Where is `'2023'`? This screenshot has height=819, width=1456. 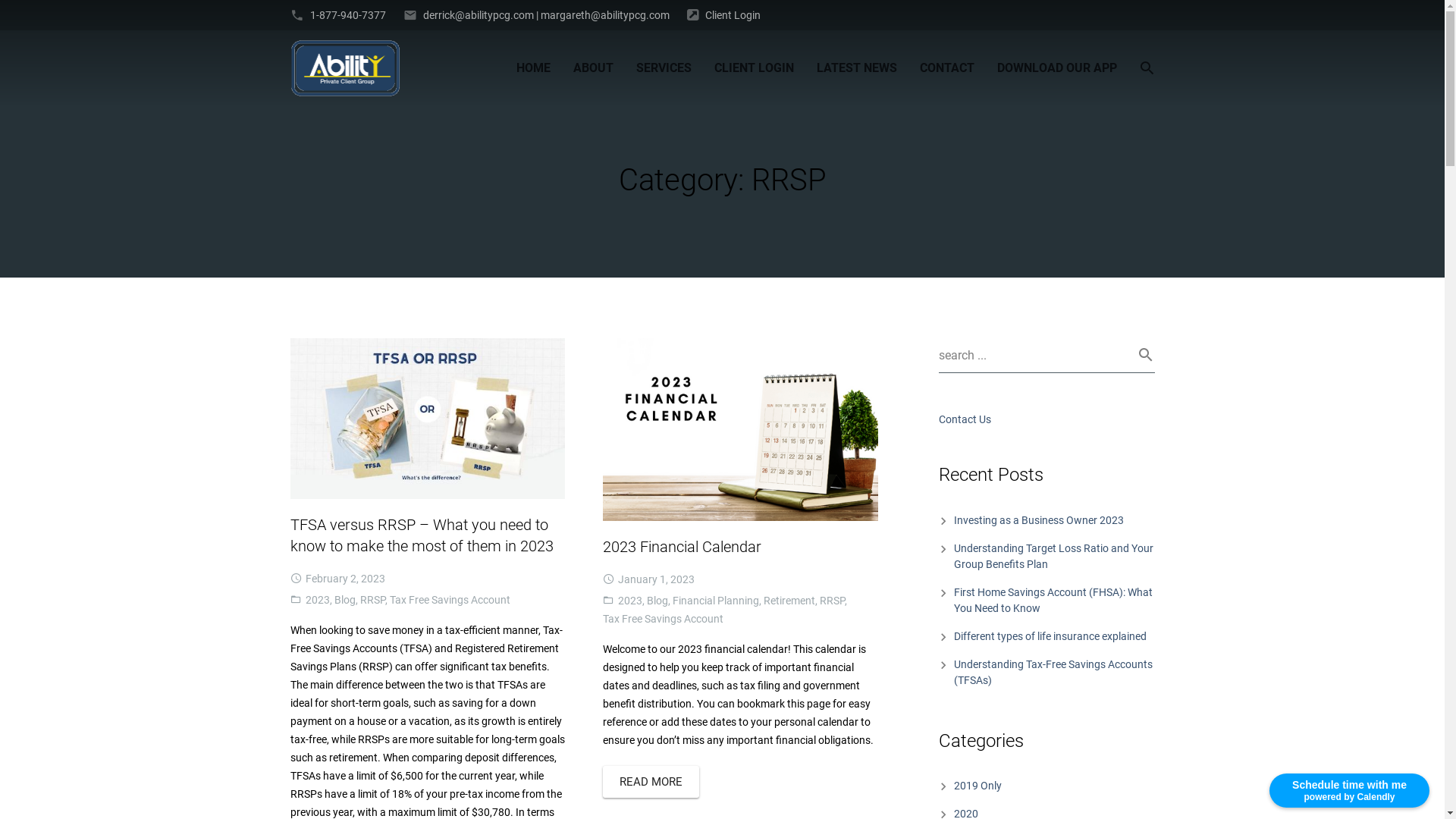
'2023' is located at coordinates (315, 598).